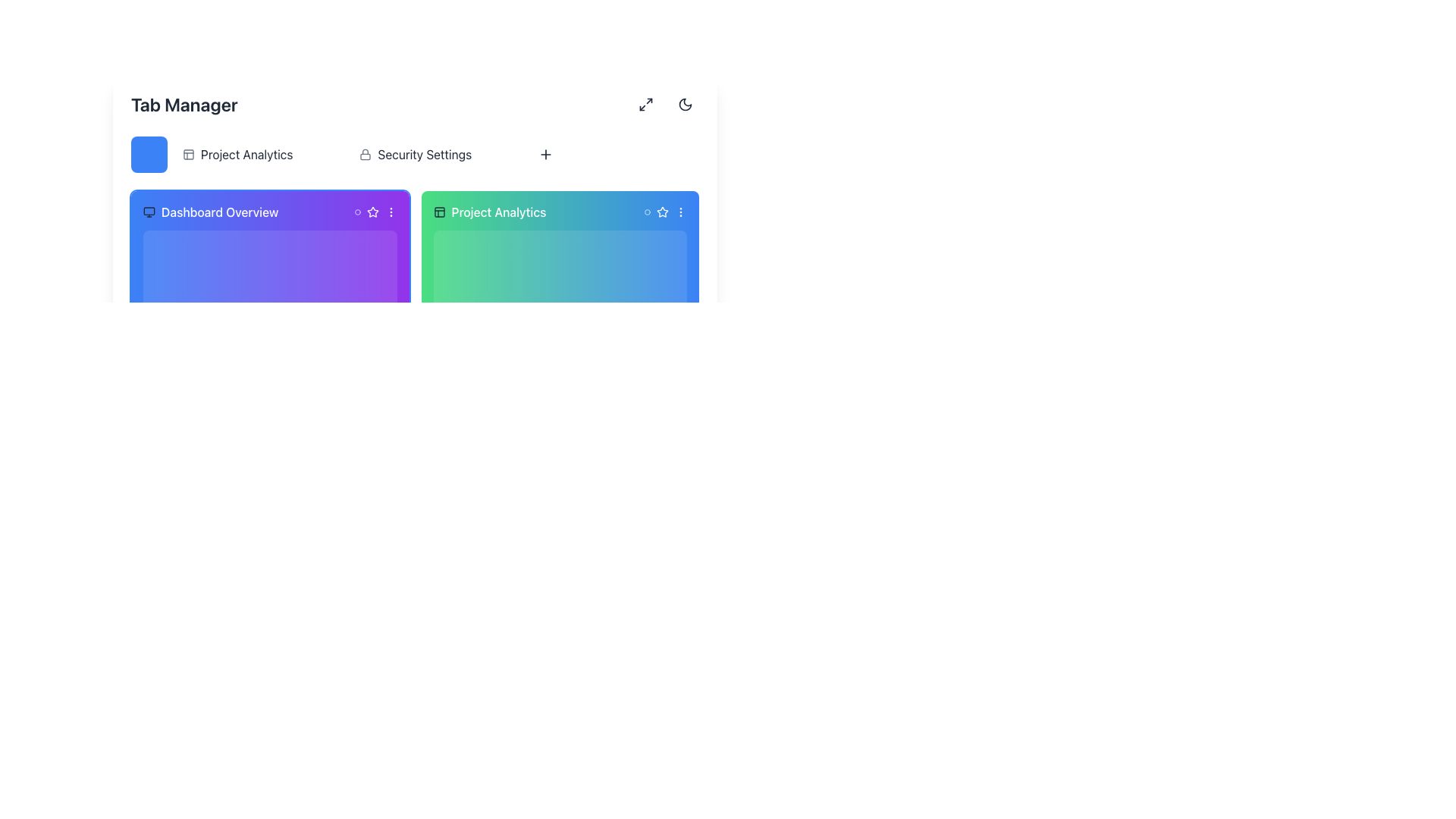 This screenshot has height=819, width=1456. I want to click on the lock icon in the top navigation area to observe the associated tooltip or behavior related to 'Security Settings', so click(366, 155).